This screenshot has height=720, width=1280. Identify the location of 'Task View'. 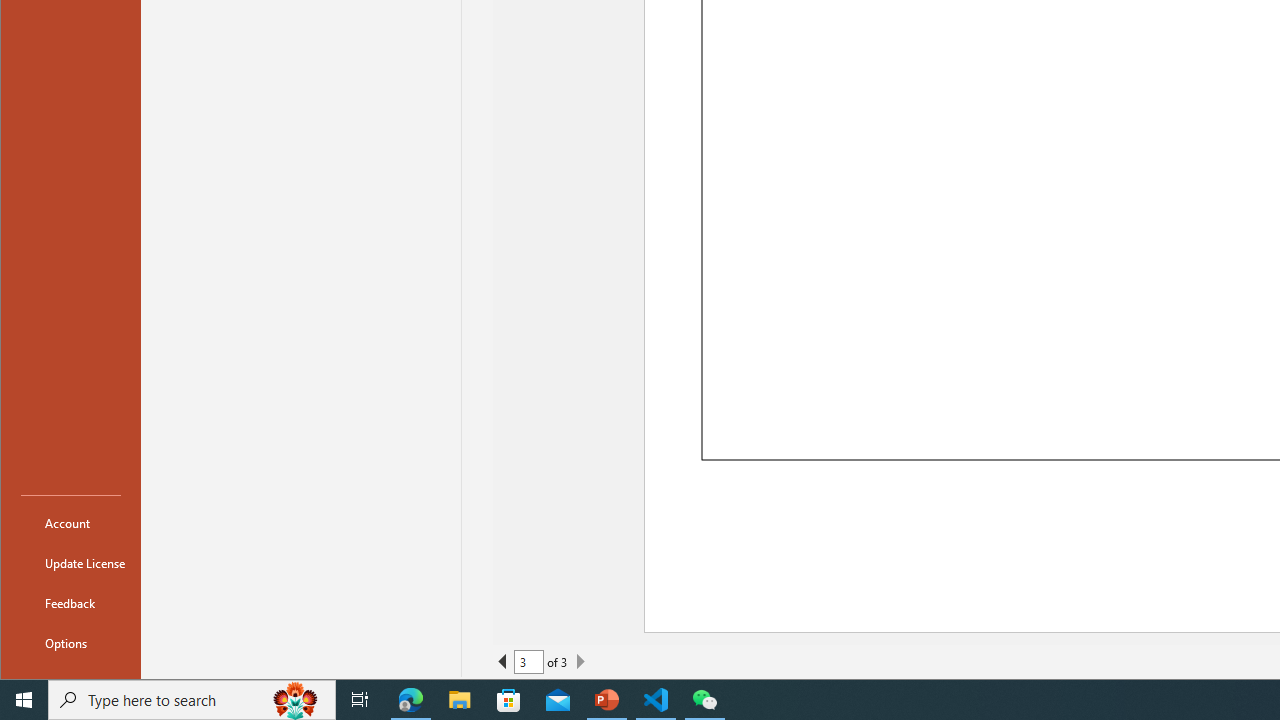
(359, 698).